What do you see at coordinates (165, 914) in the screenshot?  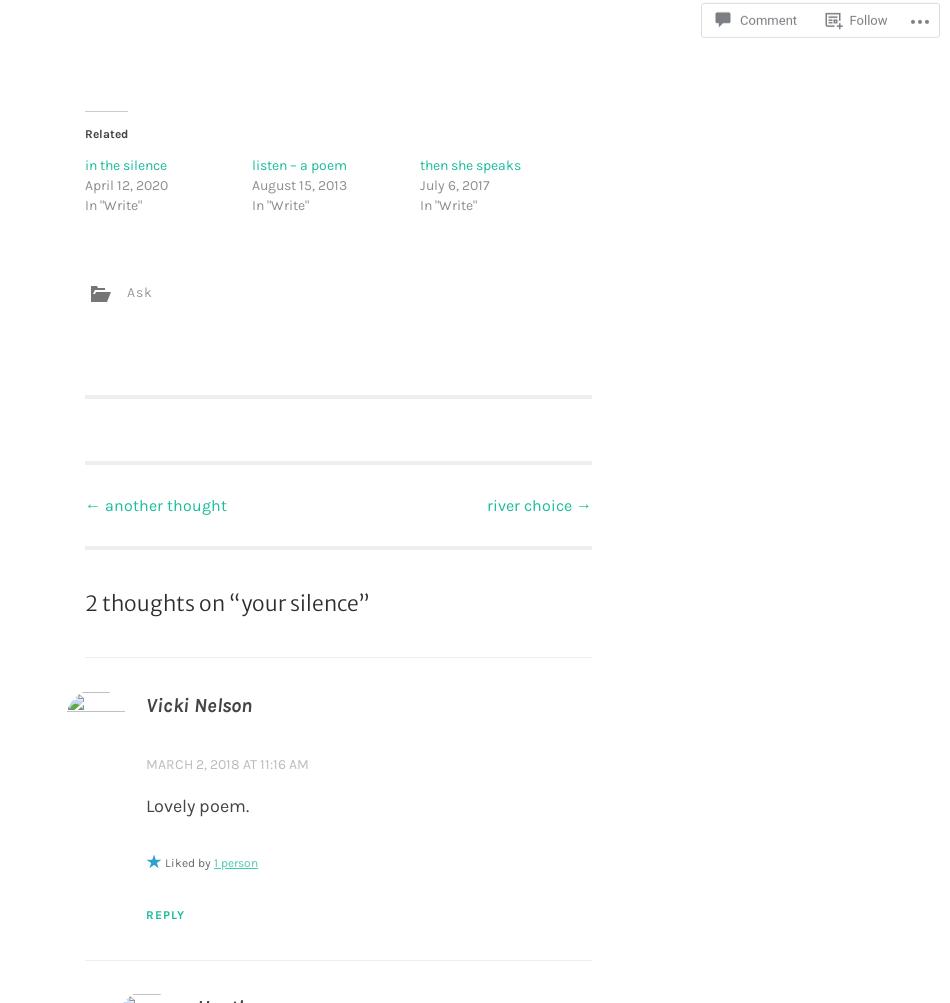 I see `'Reply'` at bounding box center [165, 914].